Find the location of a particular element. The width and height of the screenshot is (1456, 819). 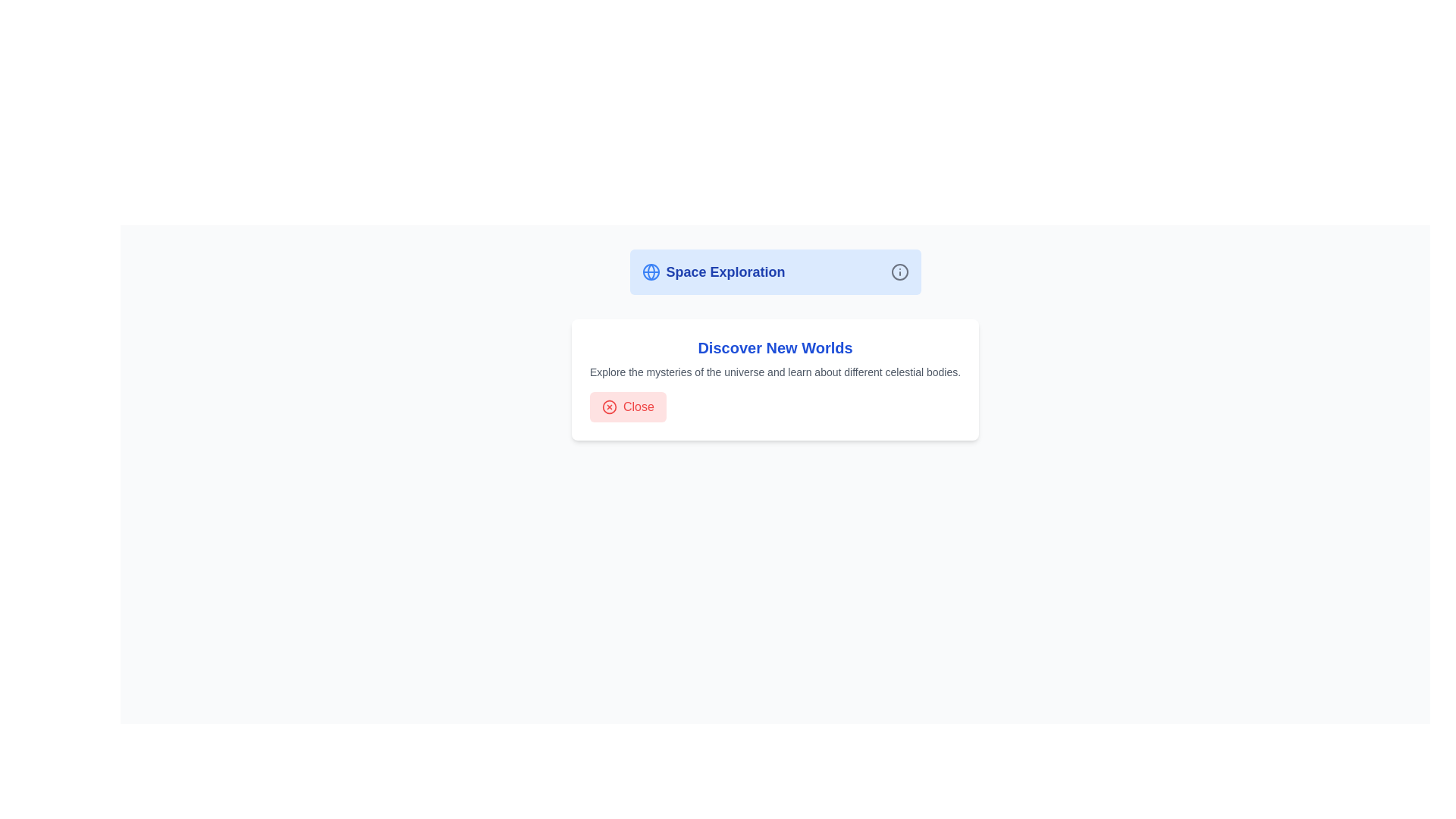

the 'Space Exploration' icon located at the top section of the interface, positioned to the left of the text 'Space Exploration' is located at coordinates (651, 271).